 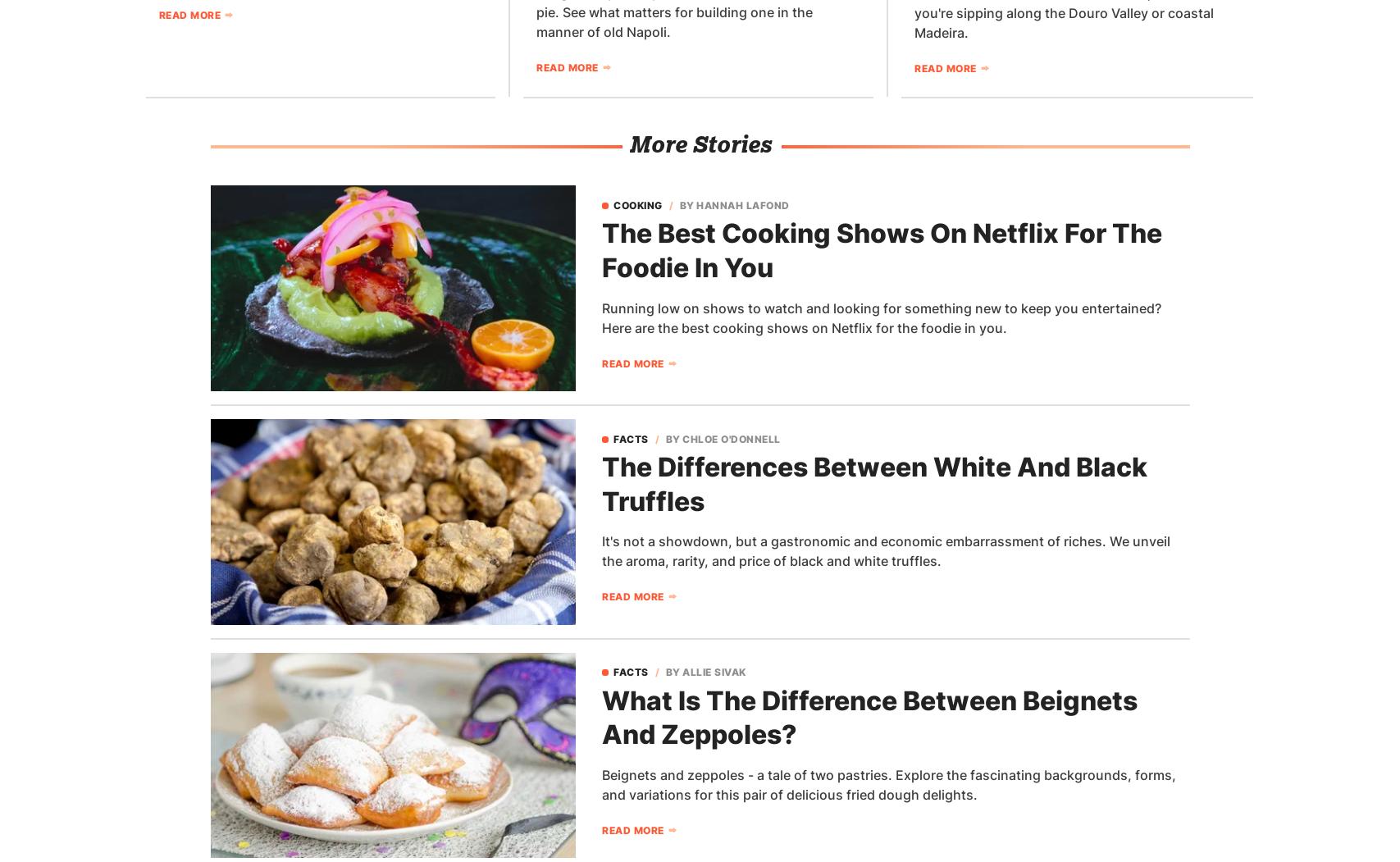 What do you see at coordinates (741, 204) in the screenshot?
I see `'Hannah LaFond'` at bounding box center [741, 204].